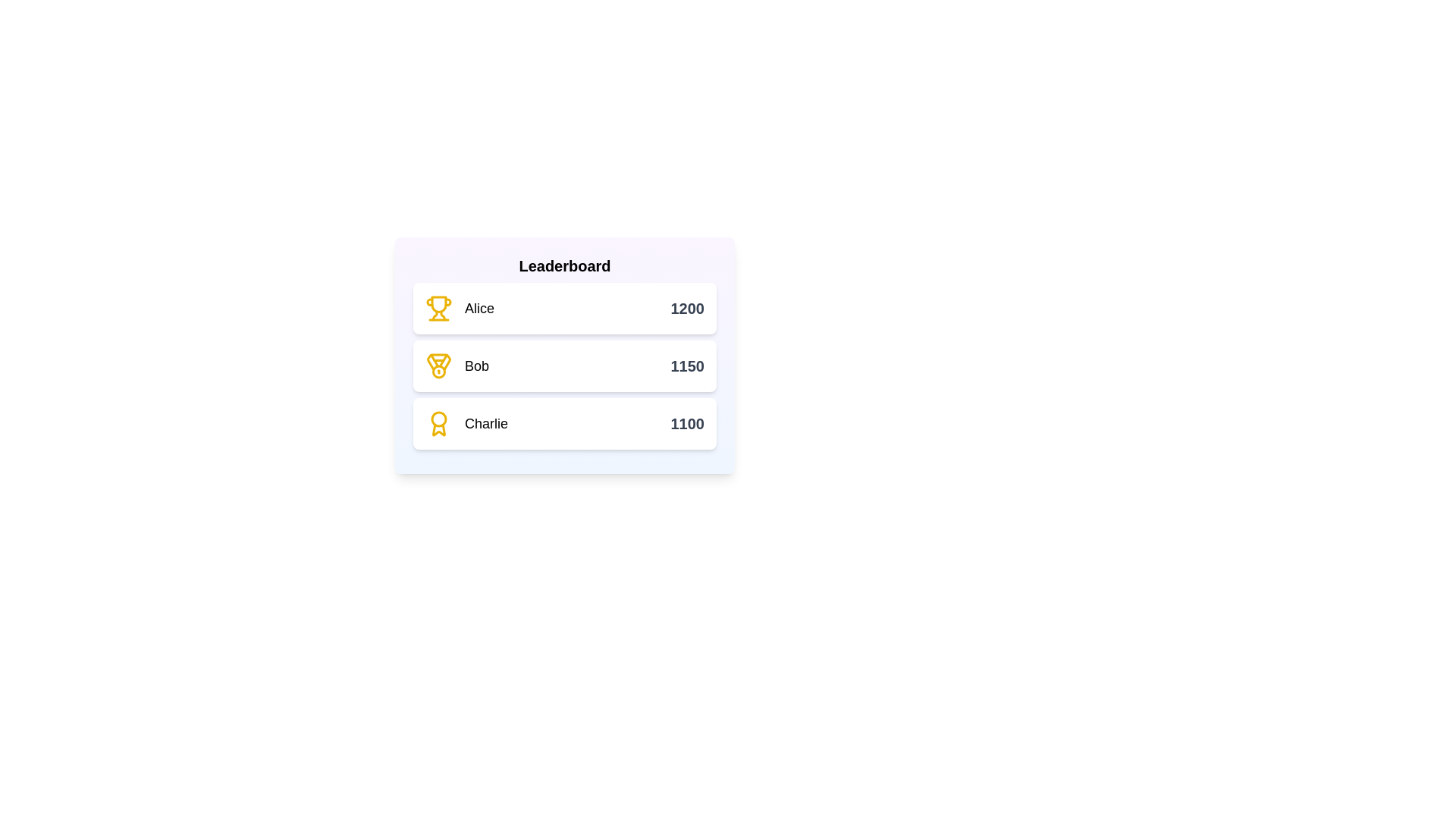 The width and height of the screenshot is (1456, 819). I want to click on the leaderboard item corresponding to Bob to observe the hover effect, so click(563, 366).